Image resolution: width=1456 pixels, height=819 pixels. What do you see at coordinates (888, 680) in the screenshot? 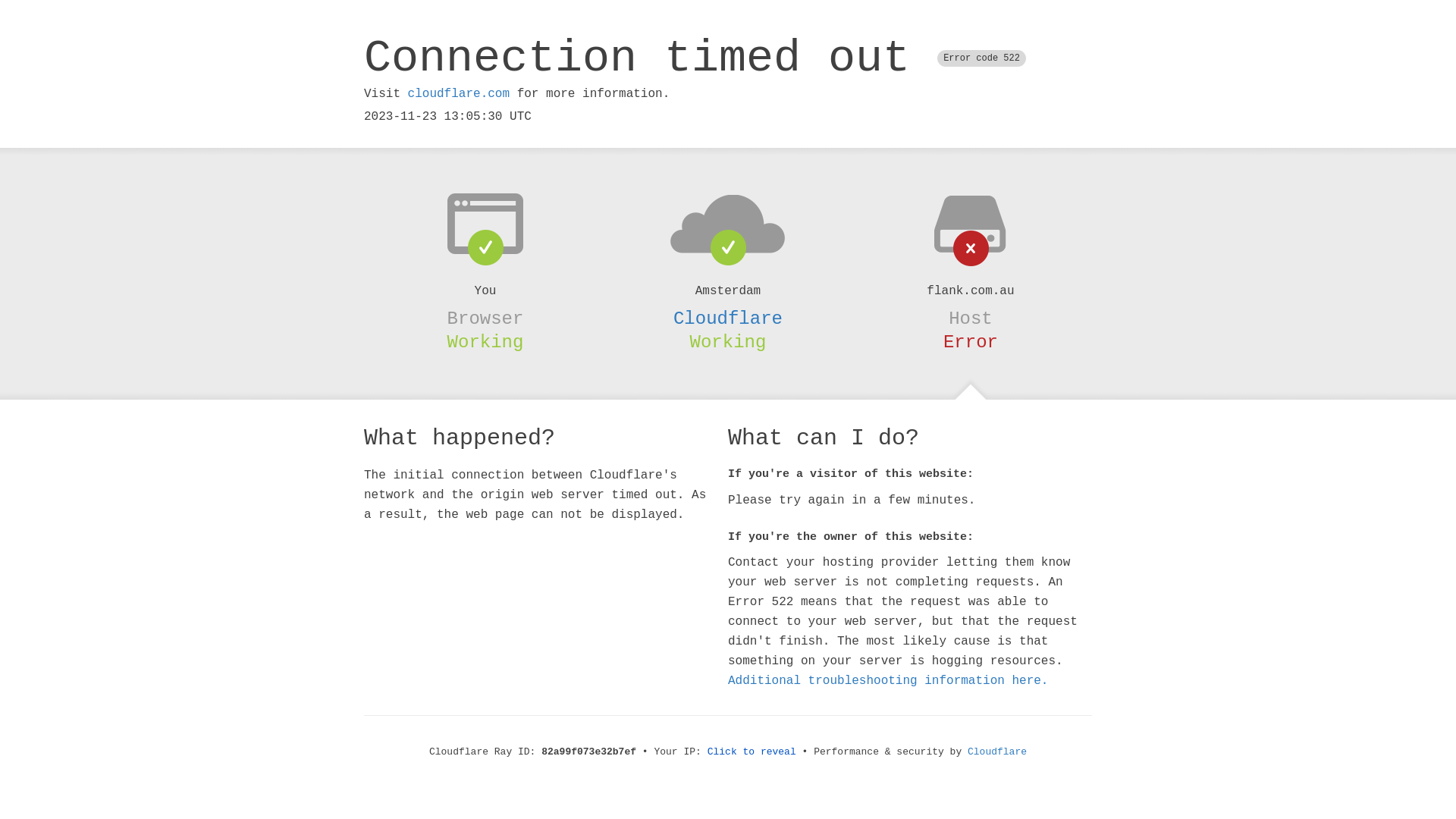
I see `'Additional troubleshooting information here.'` at bounding box center [888, 680].